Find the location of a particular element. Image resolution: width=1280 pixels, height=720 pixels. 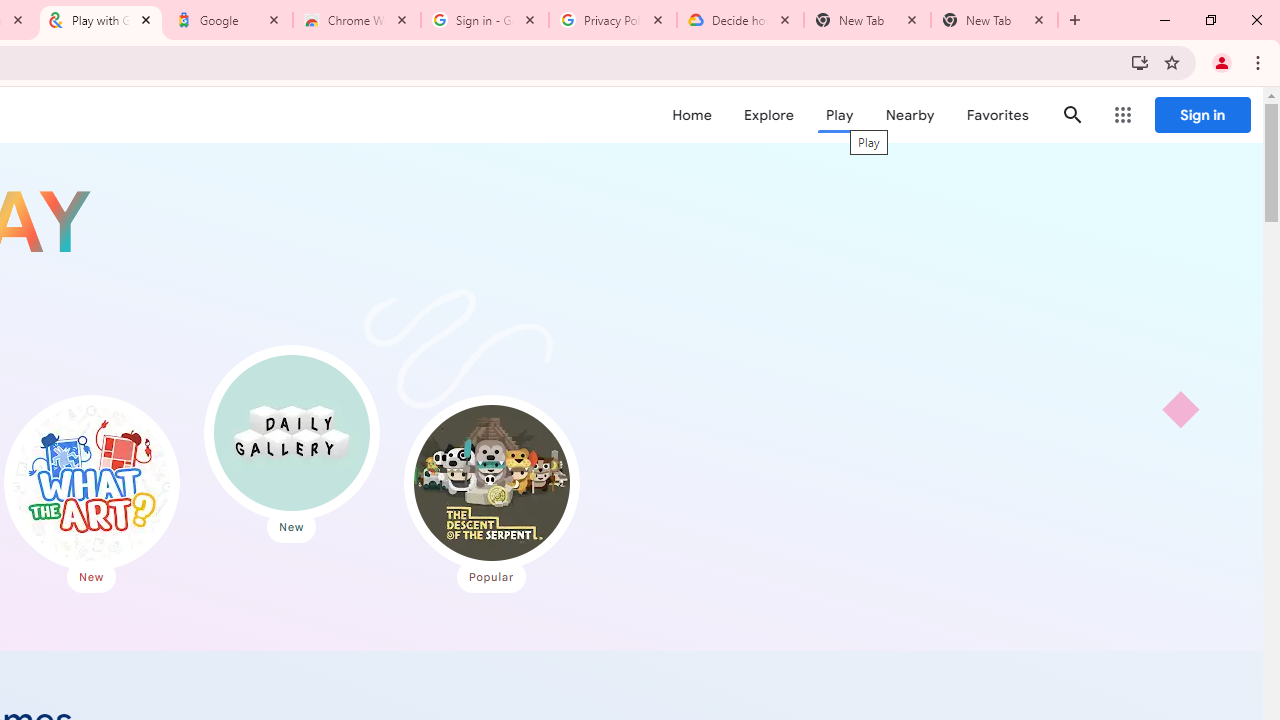

'Sign in - Google Accounts' is located at coordinates (485, 20).